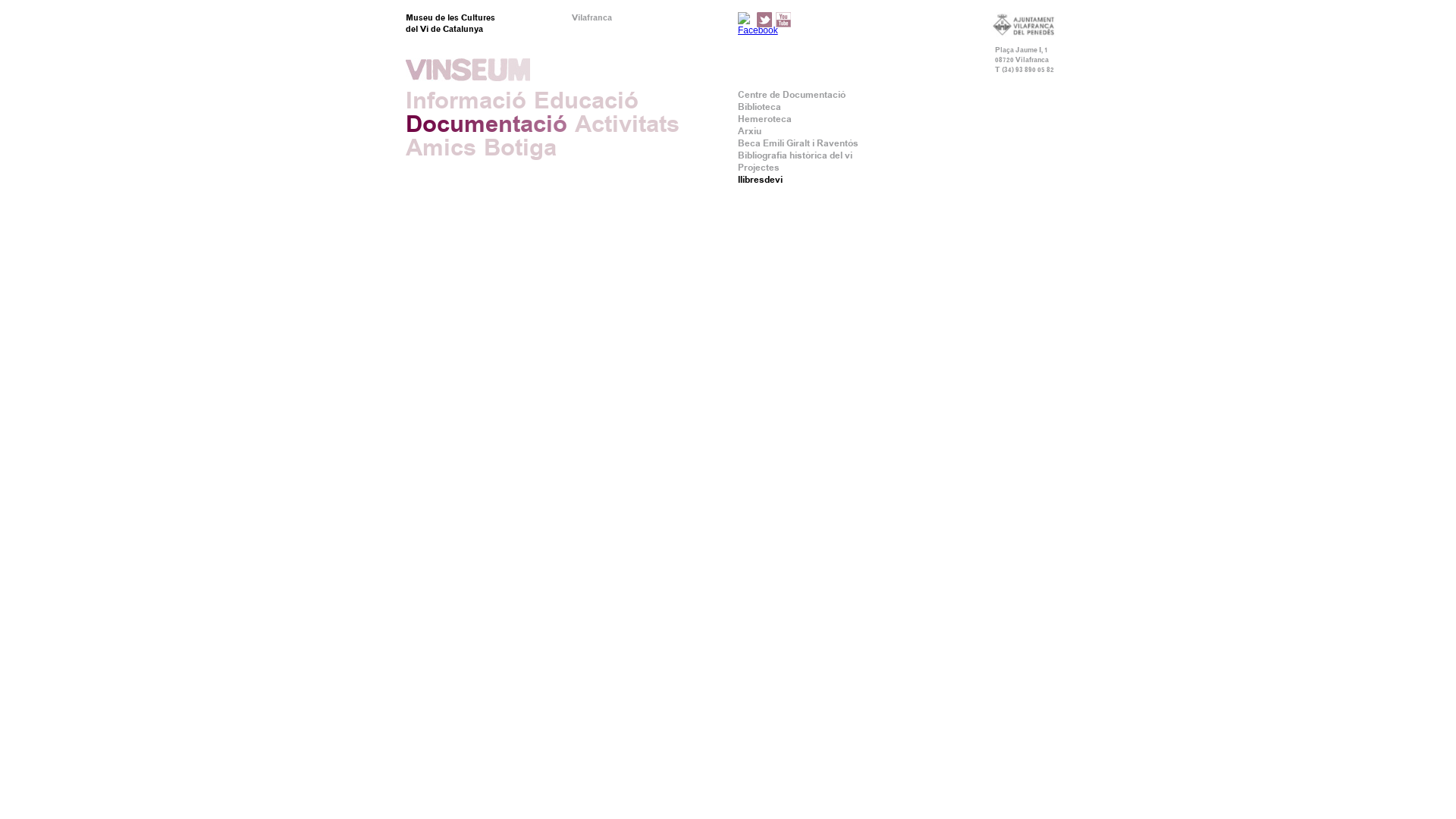 The image size is (1456, 819). I want to click on 'Botiga', so click(483, 147).